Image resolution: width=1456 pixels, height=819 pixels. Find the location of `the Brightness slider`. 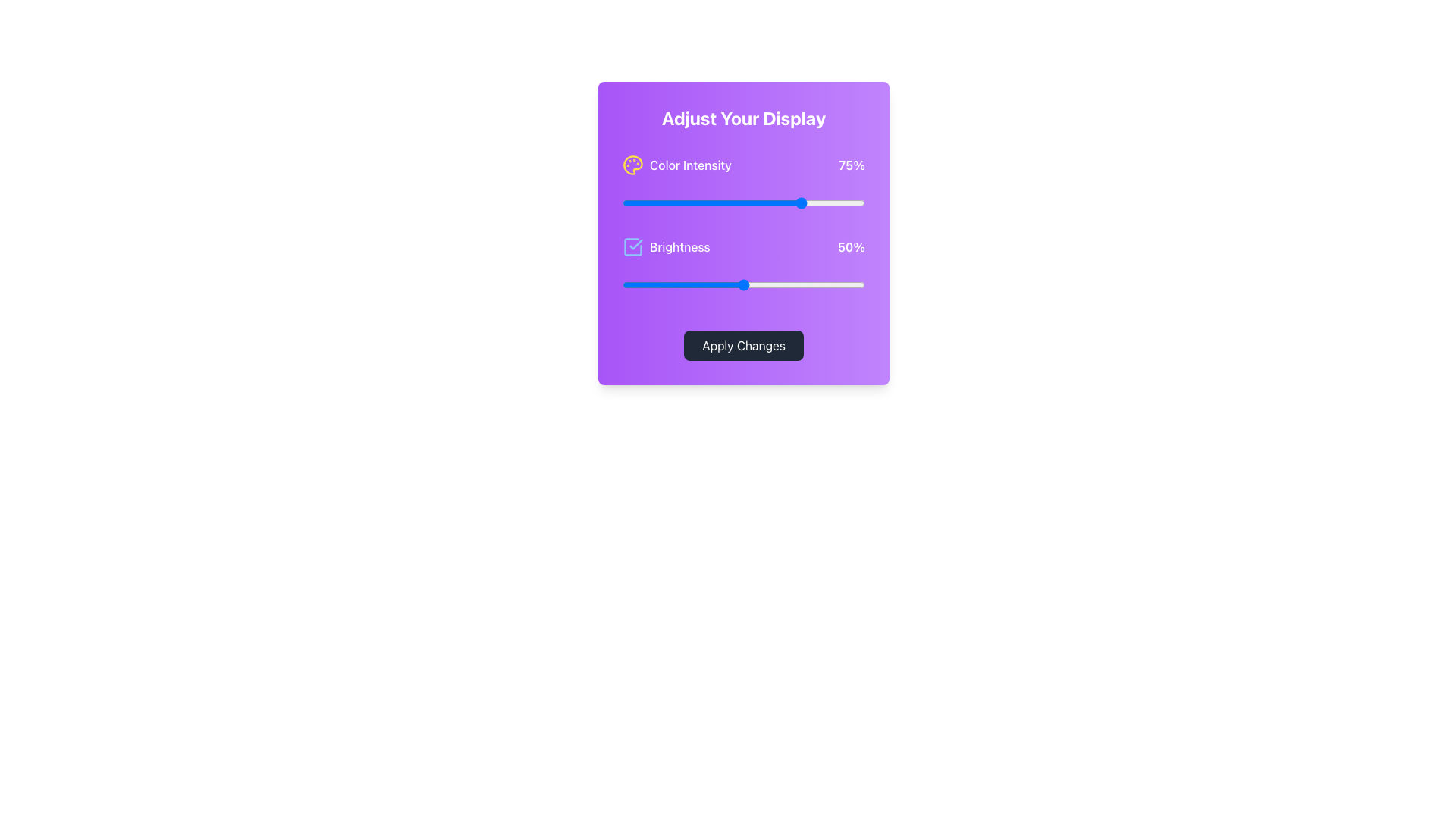

the Brightness slider is located at coordinates (839, 284).